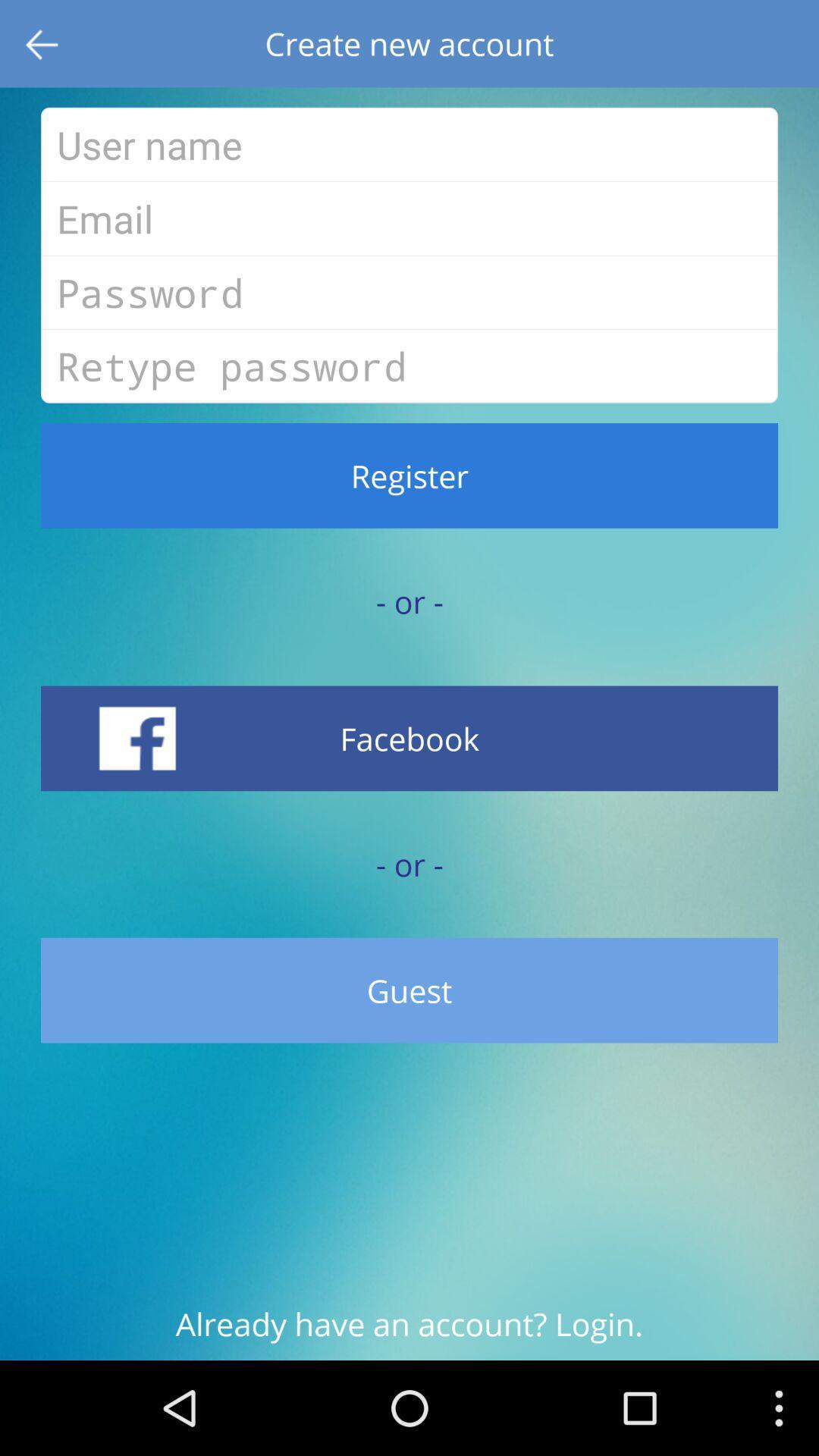 The height and width of the screenshot is (1456, 819). Describe the element at coordinates (409, 366) in the screenshot. I see `retype password` at that location.